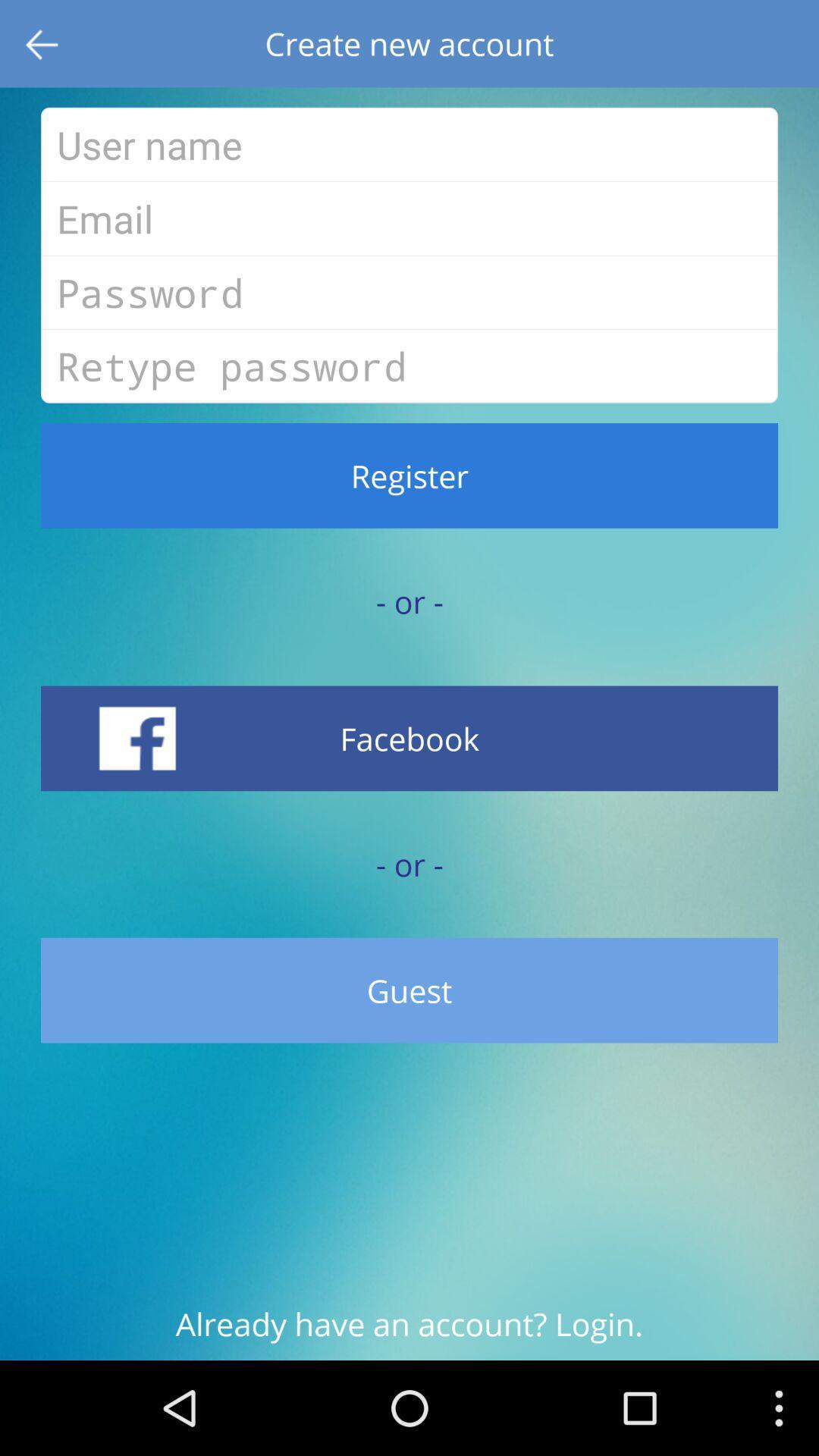 The height and width of the screenshot is (1456, 819). Describe the element at coordinates (409, 366) in the screenshot. I see `retype password` at that location.